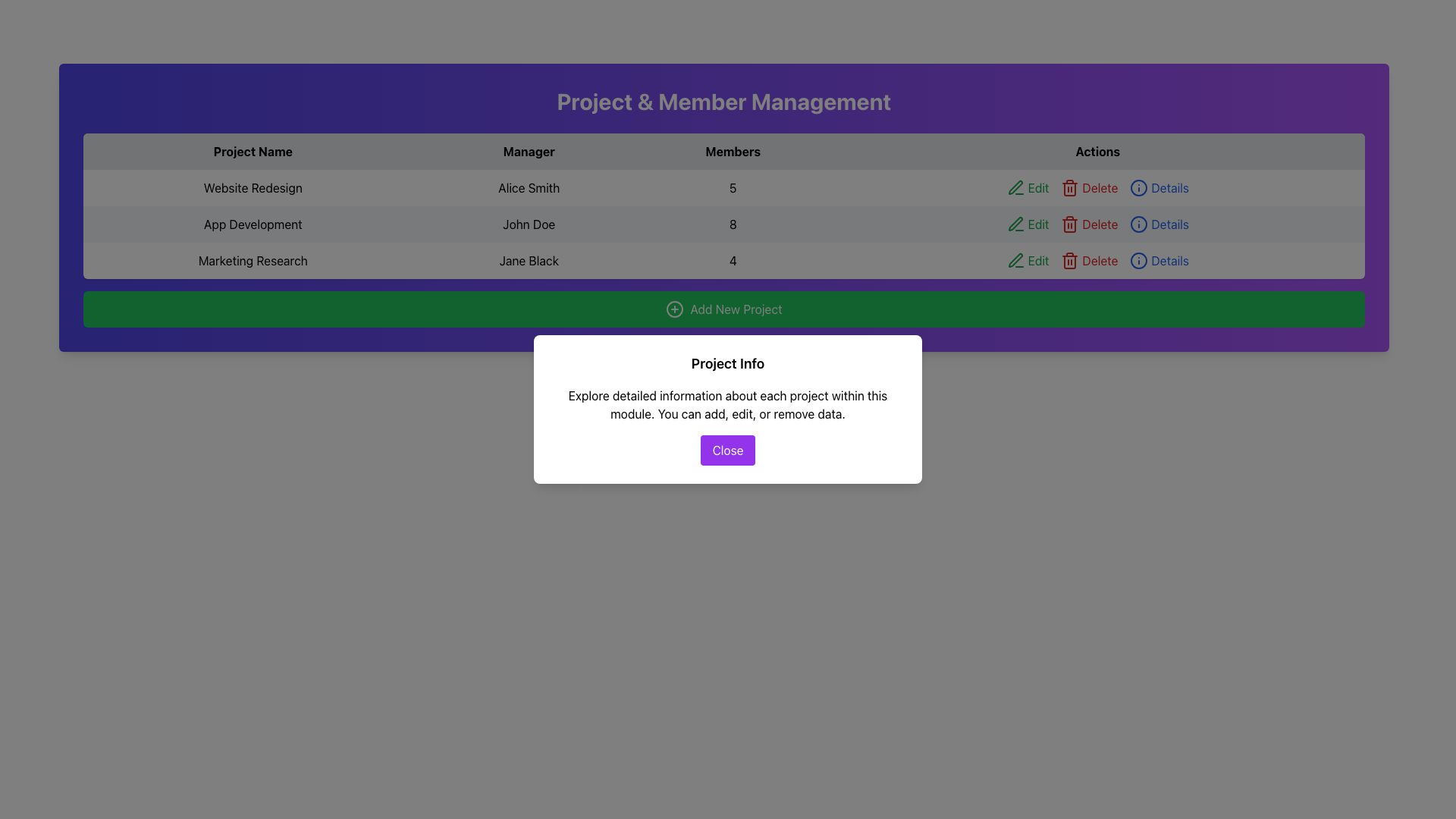 The height and width of the screenshot is (819, 1456). I want to click on the green pen icon representing the edit action located in the third row of the 'Actions' column, so click(1015, 259).